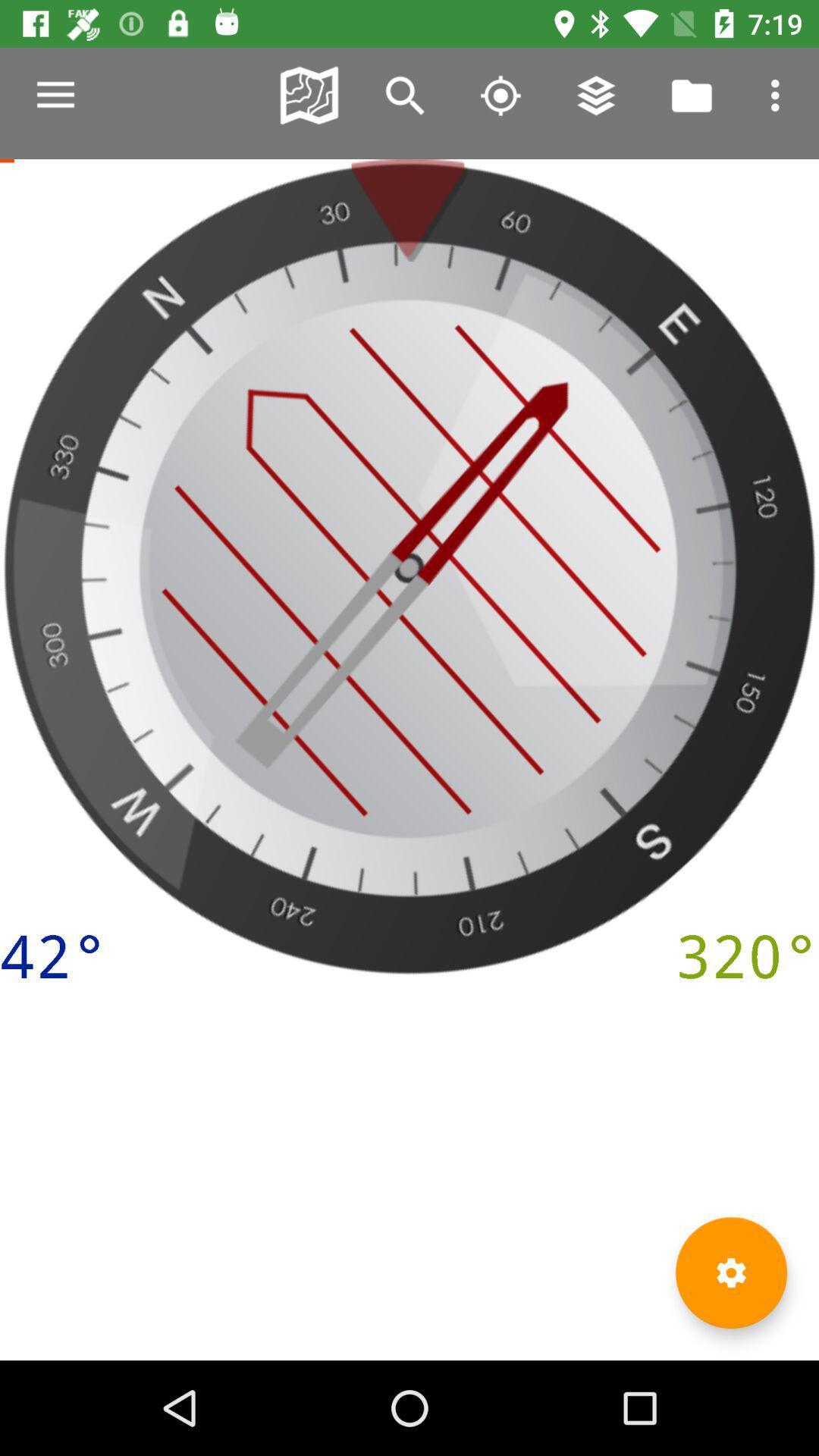 The height and width of the screenshot is (1456, 819). I want to click on the option which is on left of the search icon, so click(309, 94).